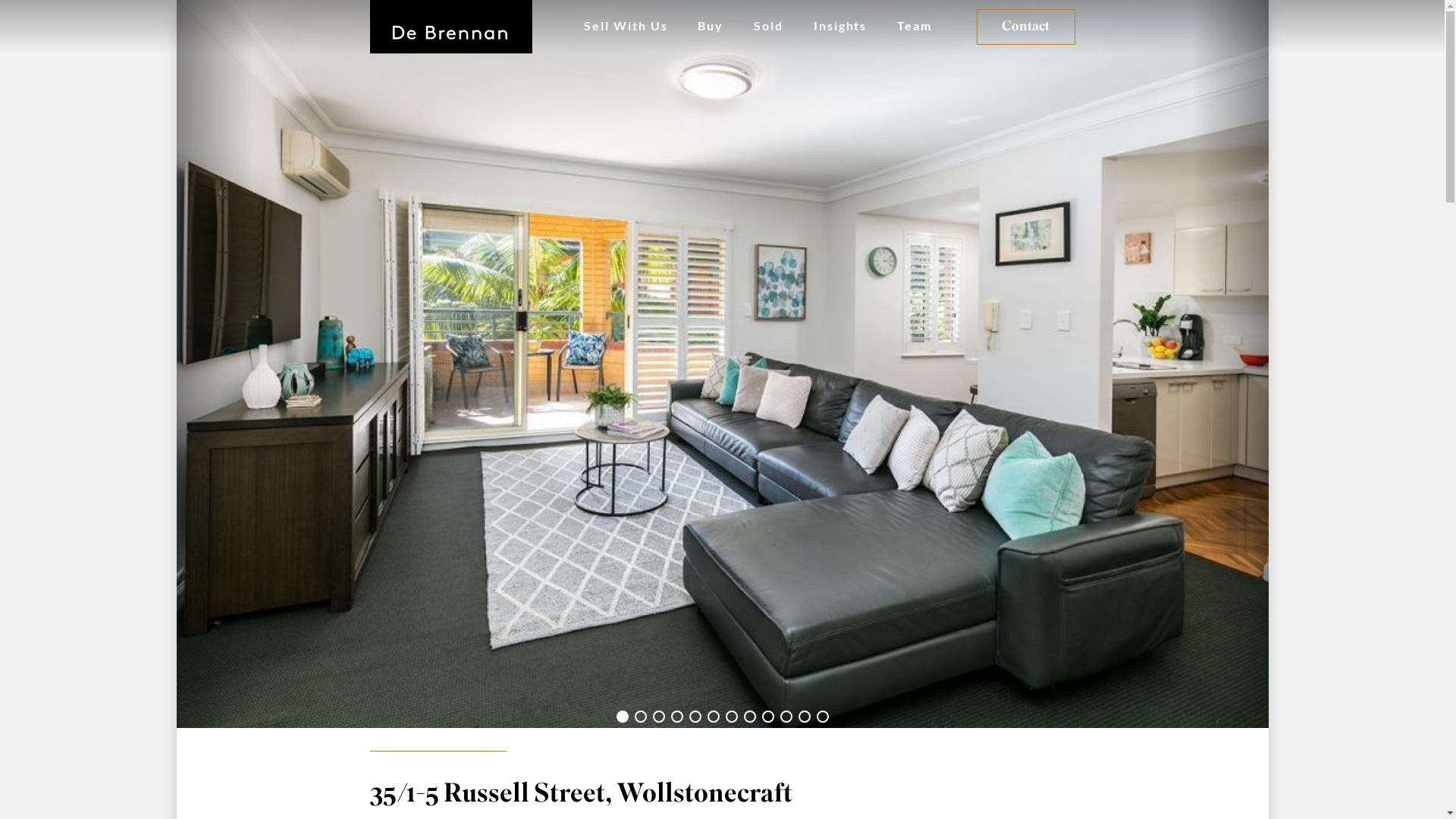  What do you see at coordinates (709, 26) in the screenshot?
I see `'Buy'` at bounding box center [709, 26].